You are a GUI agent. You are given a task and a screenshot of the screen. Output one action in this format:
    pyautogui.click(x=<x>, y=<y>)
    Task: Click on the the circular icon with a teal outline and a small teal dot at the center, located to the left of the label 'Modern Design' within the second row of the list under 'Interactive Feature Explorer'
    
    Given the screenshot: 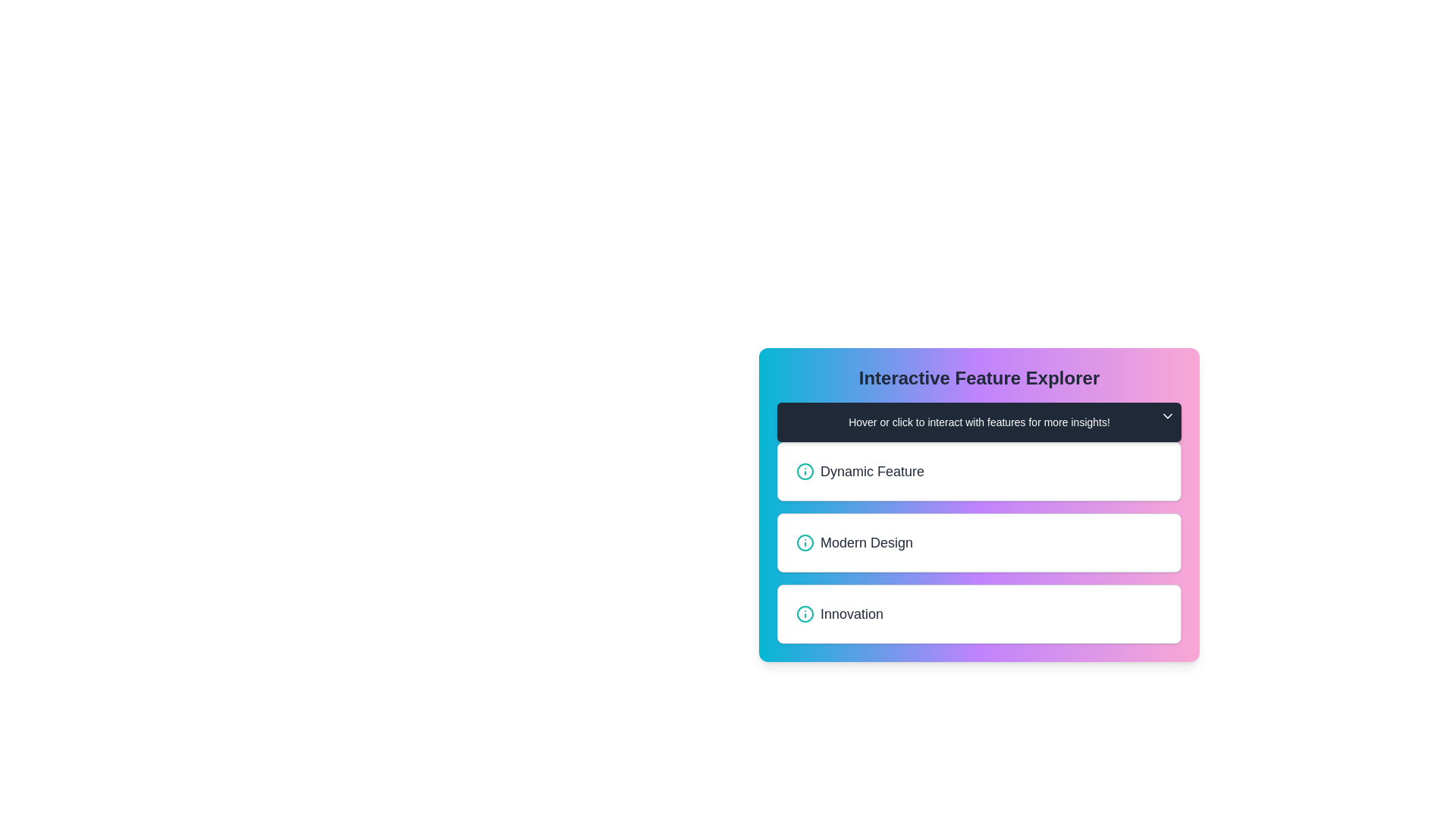 What is the action you would take?
    pyautogui.click(x=804, y=542)
    